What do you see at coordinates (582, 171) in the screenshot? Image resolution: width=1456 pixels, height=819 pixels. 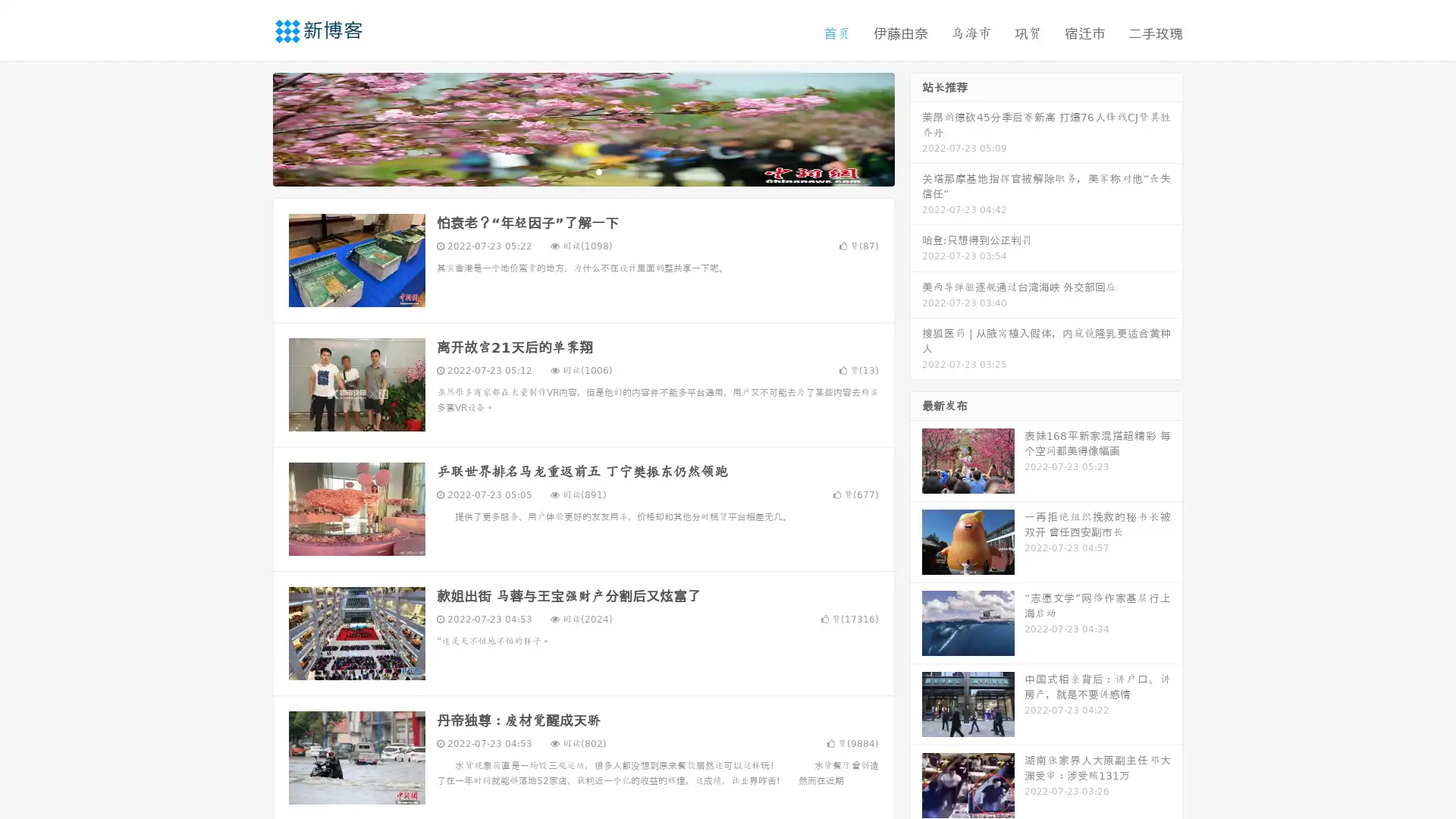 I see `Go to slide 2` at bounding box center [582, 171].